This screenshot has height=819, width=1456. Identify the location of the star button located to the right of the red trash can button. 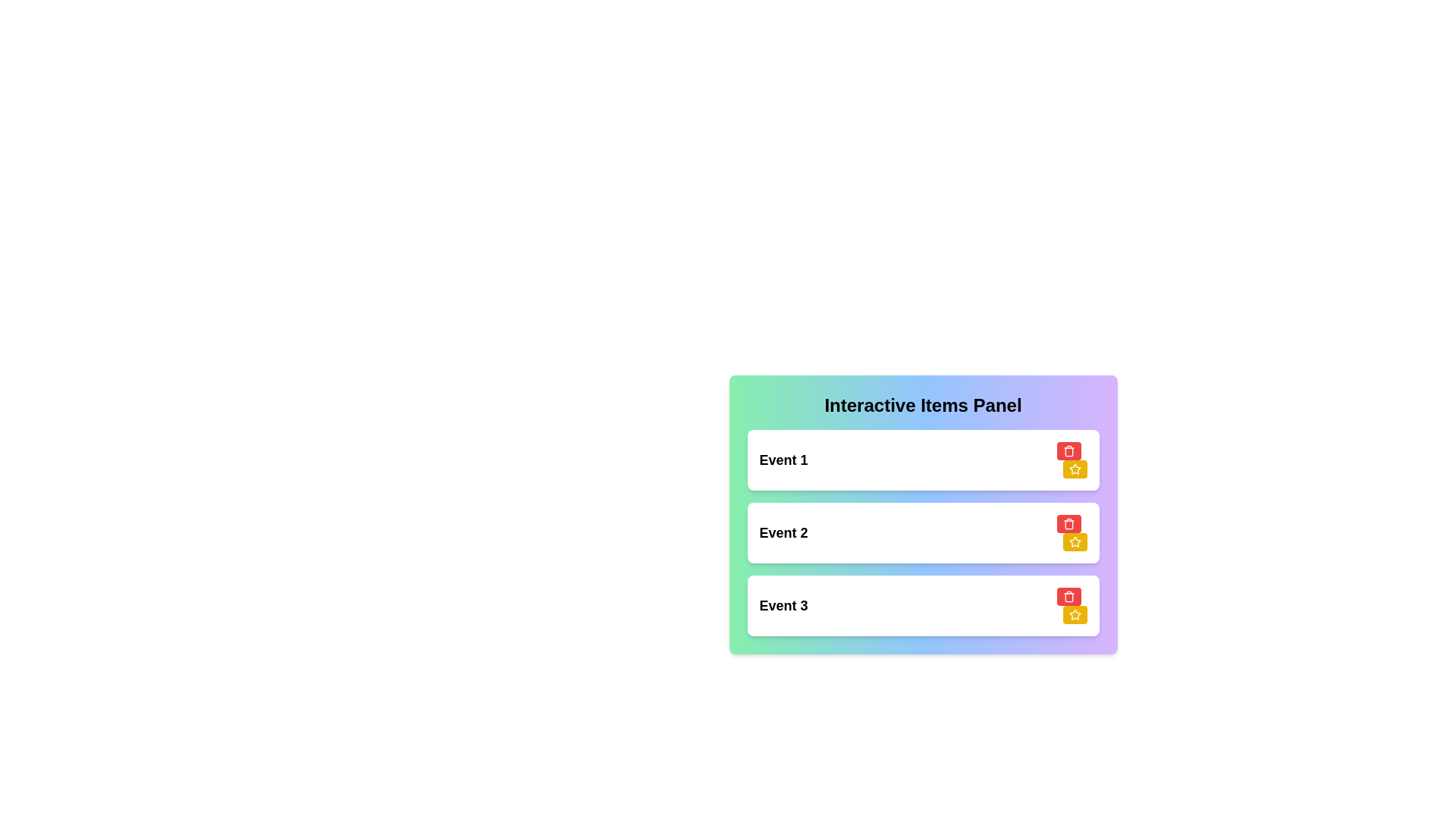
(1074, 468).